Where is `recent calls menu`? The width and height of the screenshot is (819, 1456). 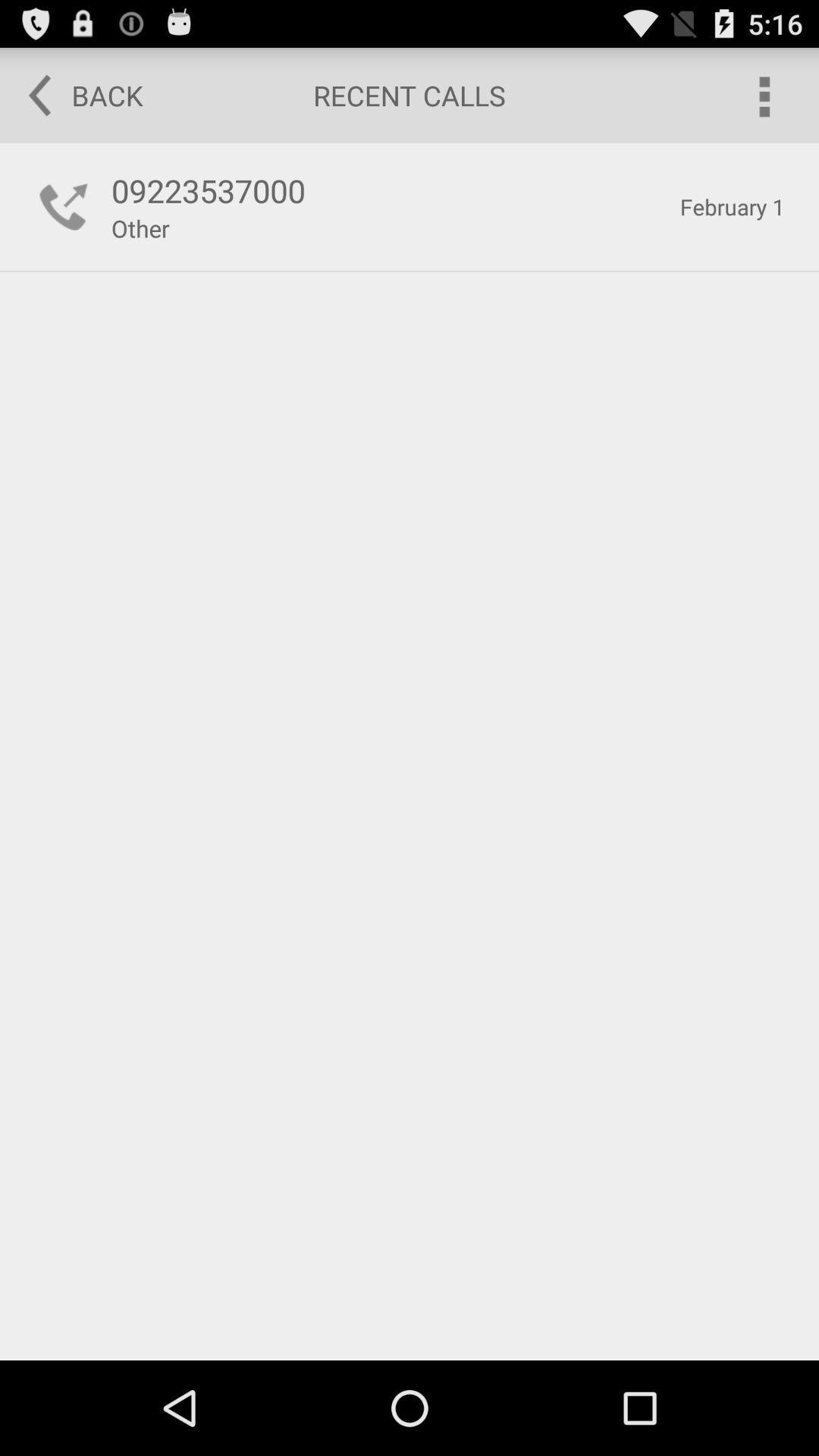 recent calls menu is located at coordinates (763, 94).